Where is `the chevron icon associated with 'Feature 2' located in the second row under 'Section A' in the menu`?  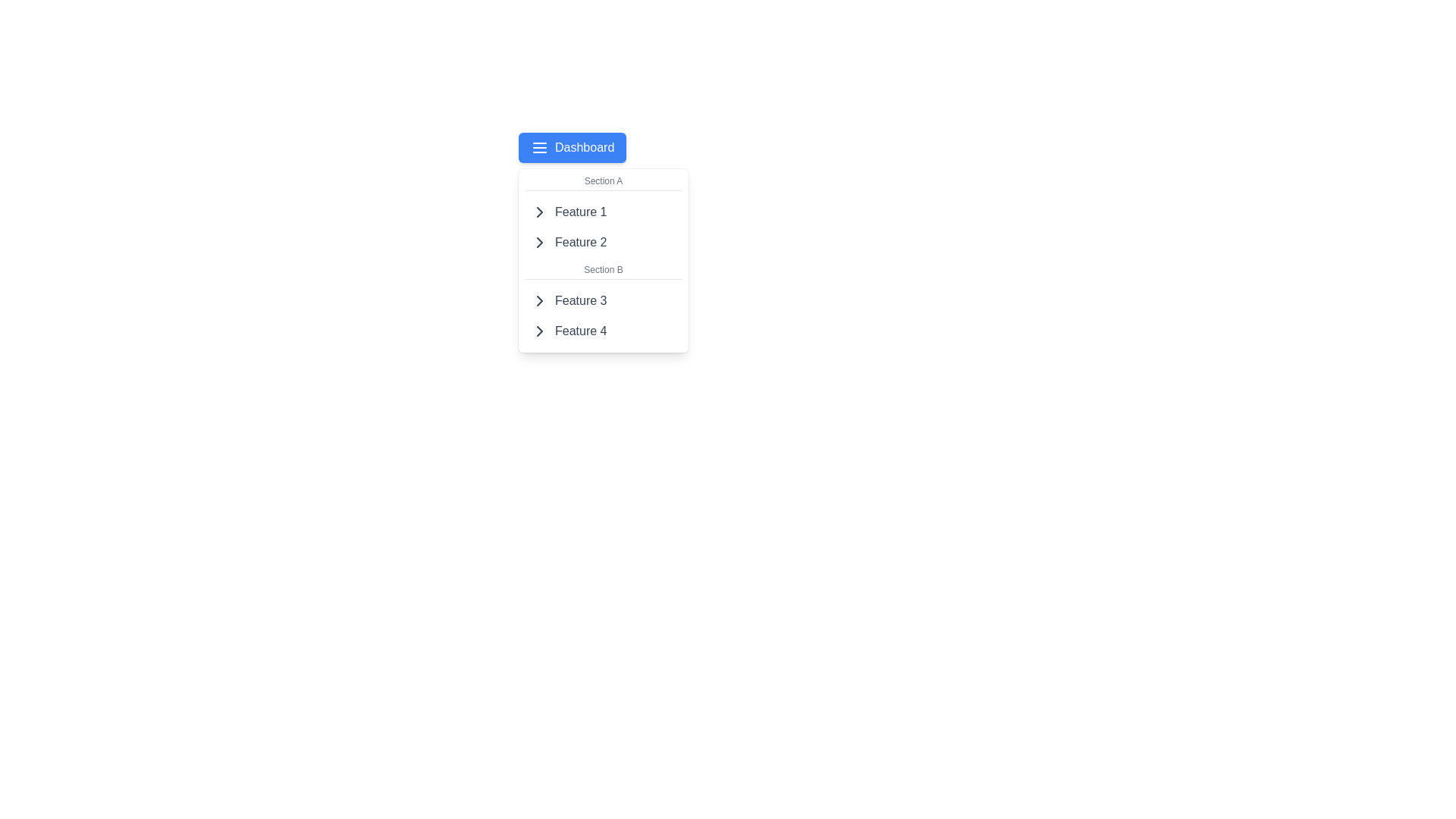 the chevron icon associated with 'Feature 2' located in the second row under 'Section A' in the menu is located at coordinates (539, 242).